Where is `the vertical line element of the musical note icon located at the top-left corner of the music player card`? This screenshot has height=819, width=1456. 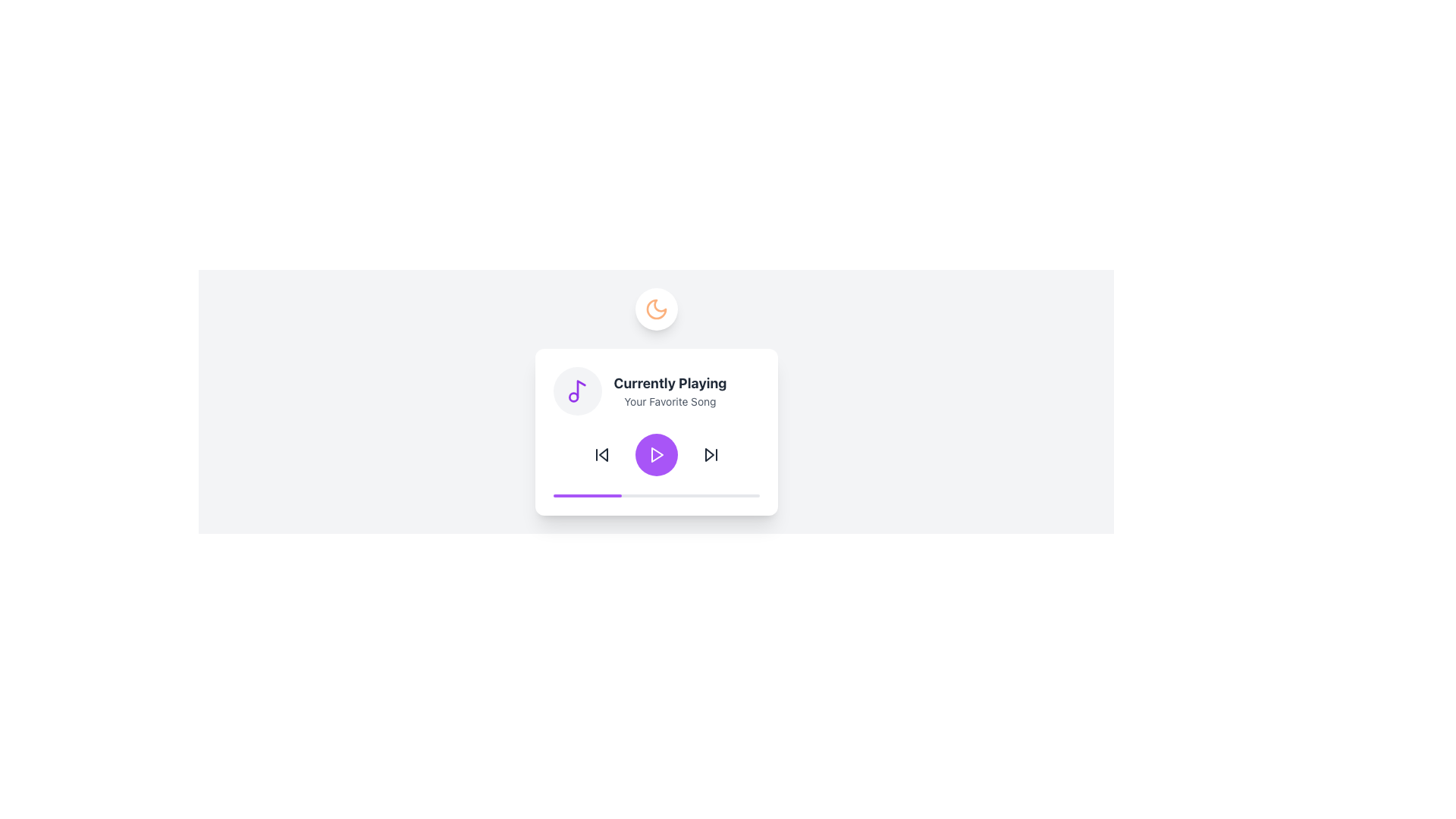
the vertical line element of the musical note icon located at the top-left corner of the music player card is located at coordinates (580, 388).